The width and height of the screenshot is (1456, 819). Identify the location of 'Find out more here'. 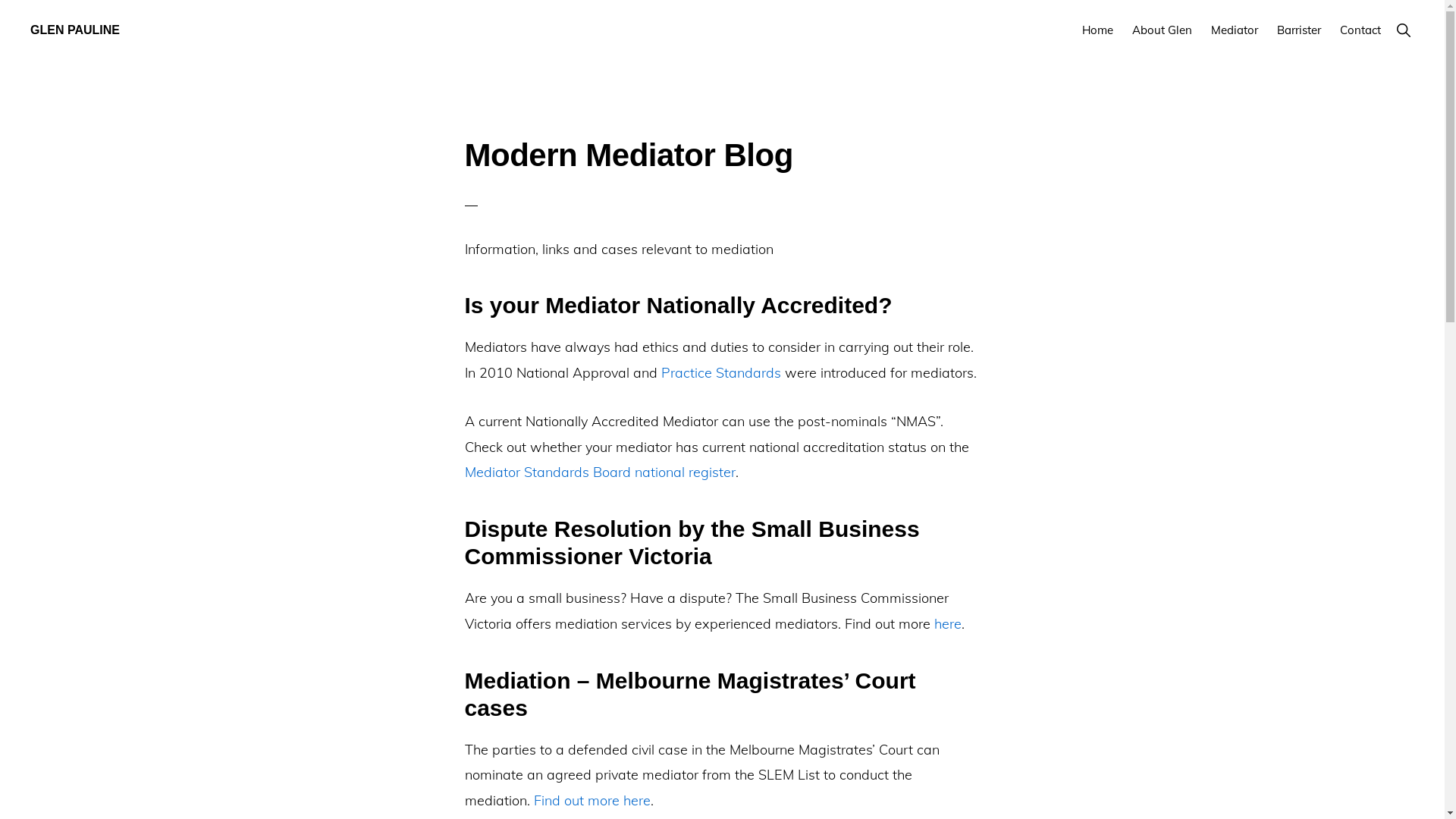
(591, 799).